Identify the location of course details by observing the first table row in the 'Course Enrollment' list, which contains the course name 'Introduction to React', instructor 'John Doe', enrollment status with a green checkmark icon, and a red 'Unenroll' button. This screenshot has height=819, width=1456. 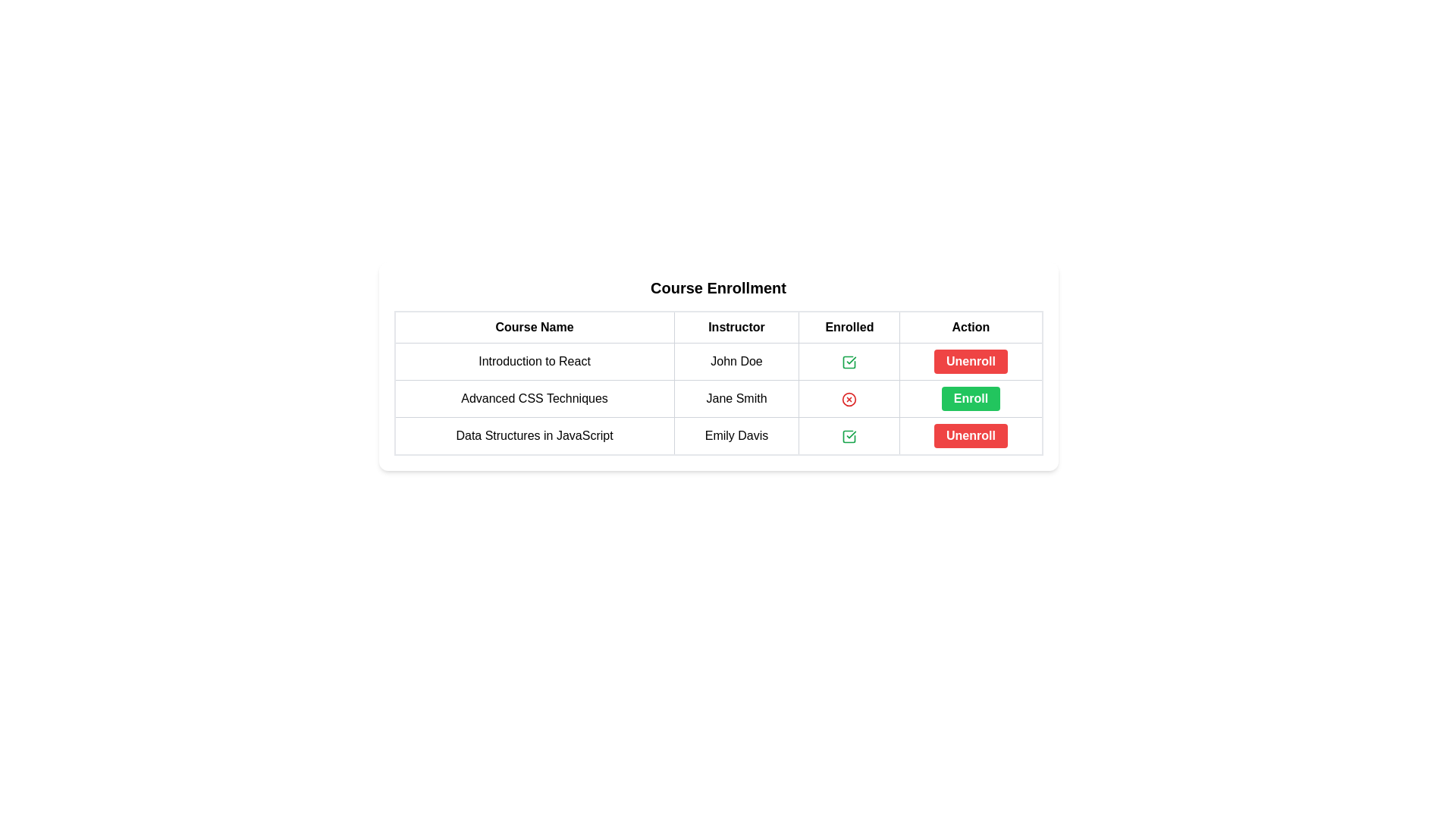
(717, 362).